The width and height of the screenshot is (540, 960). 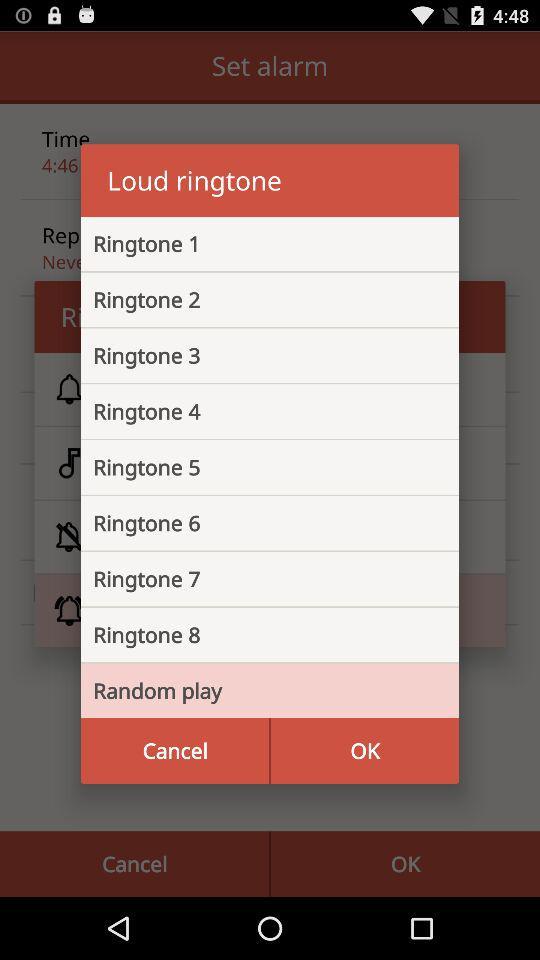 What do you see at coordinates (254, 579) in the screenshot?
I see `the app above ringtone 8` at bounding box center [254, 579].